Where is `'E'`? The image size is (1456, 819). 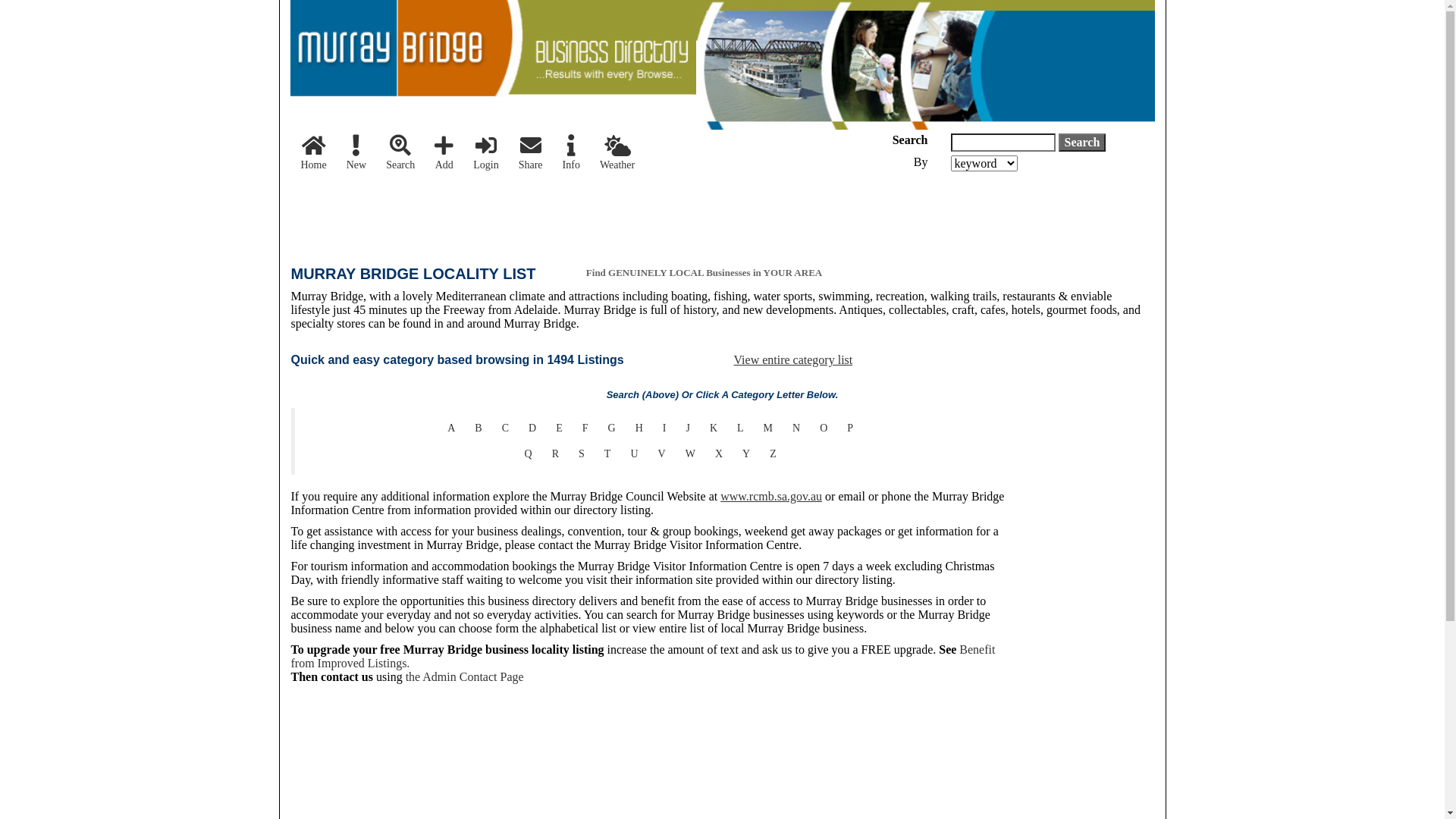 'E' is located at coordinates (546, 428).